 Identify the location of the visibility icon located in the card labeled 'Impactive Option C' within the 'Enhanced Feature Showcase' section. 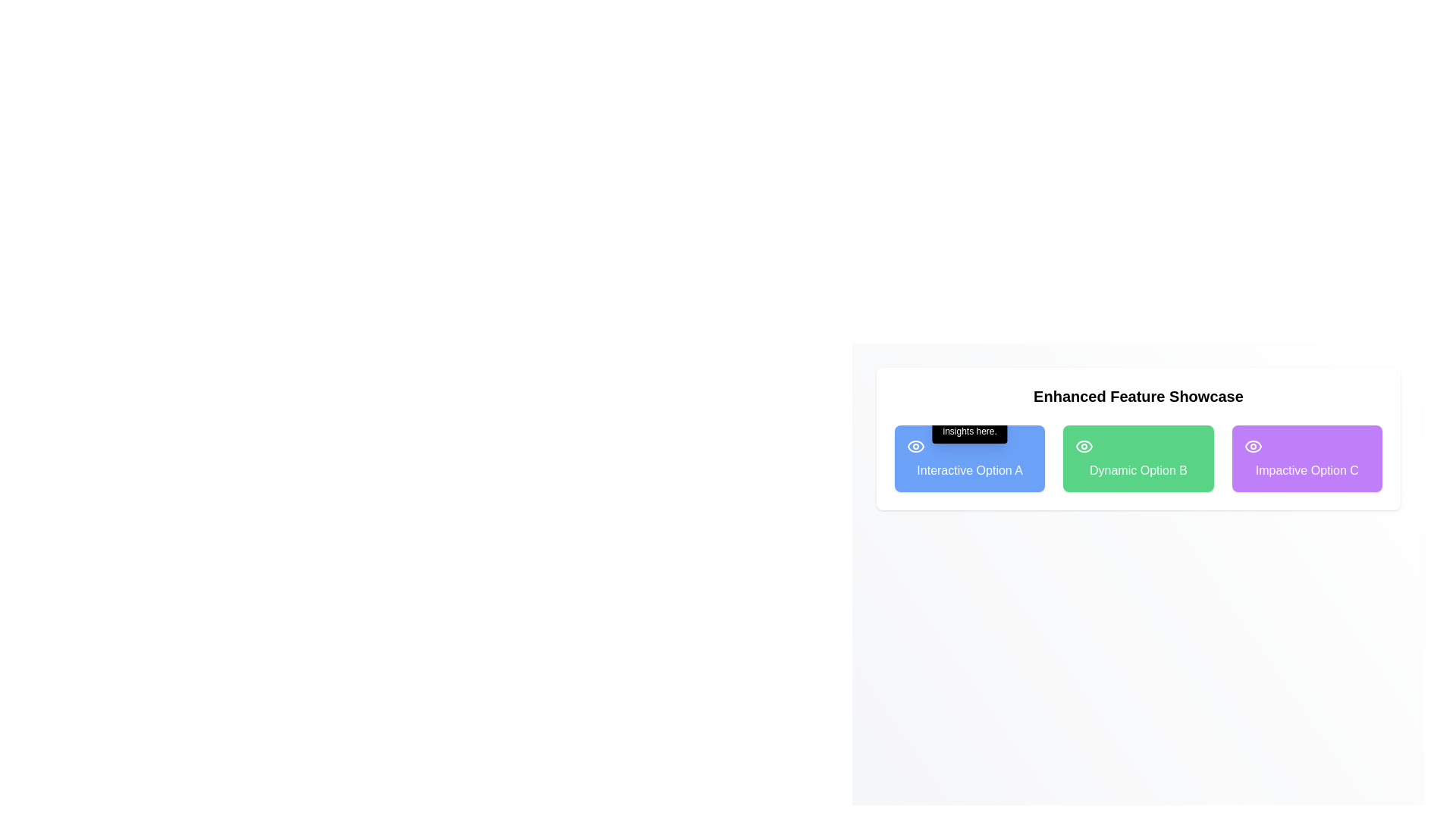
(1253, 446).